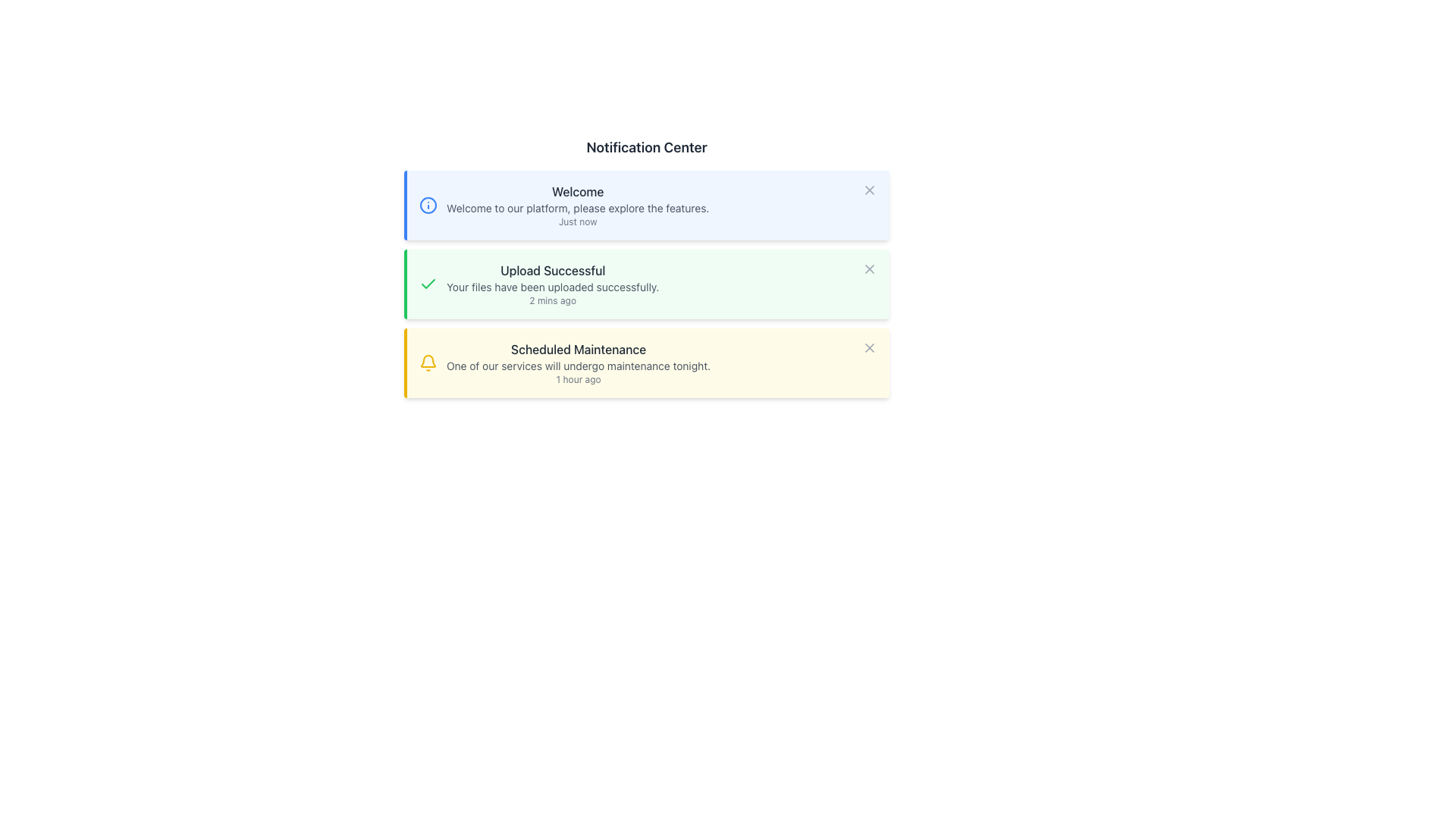  I want to click on the green checkmark icon that indicates success, located at the top-left corner of the 'Upload Successful' notification card, so click(428, 284).